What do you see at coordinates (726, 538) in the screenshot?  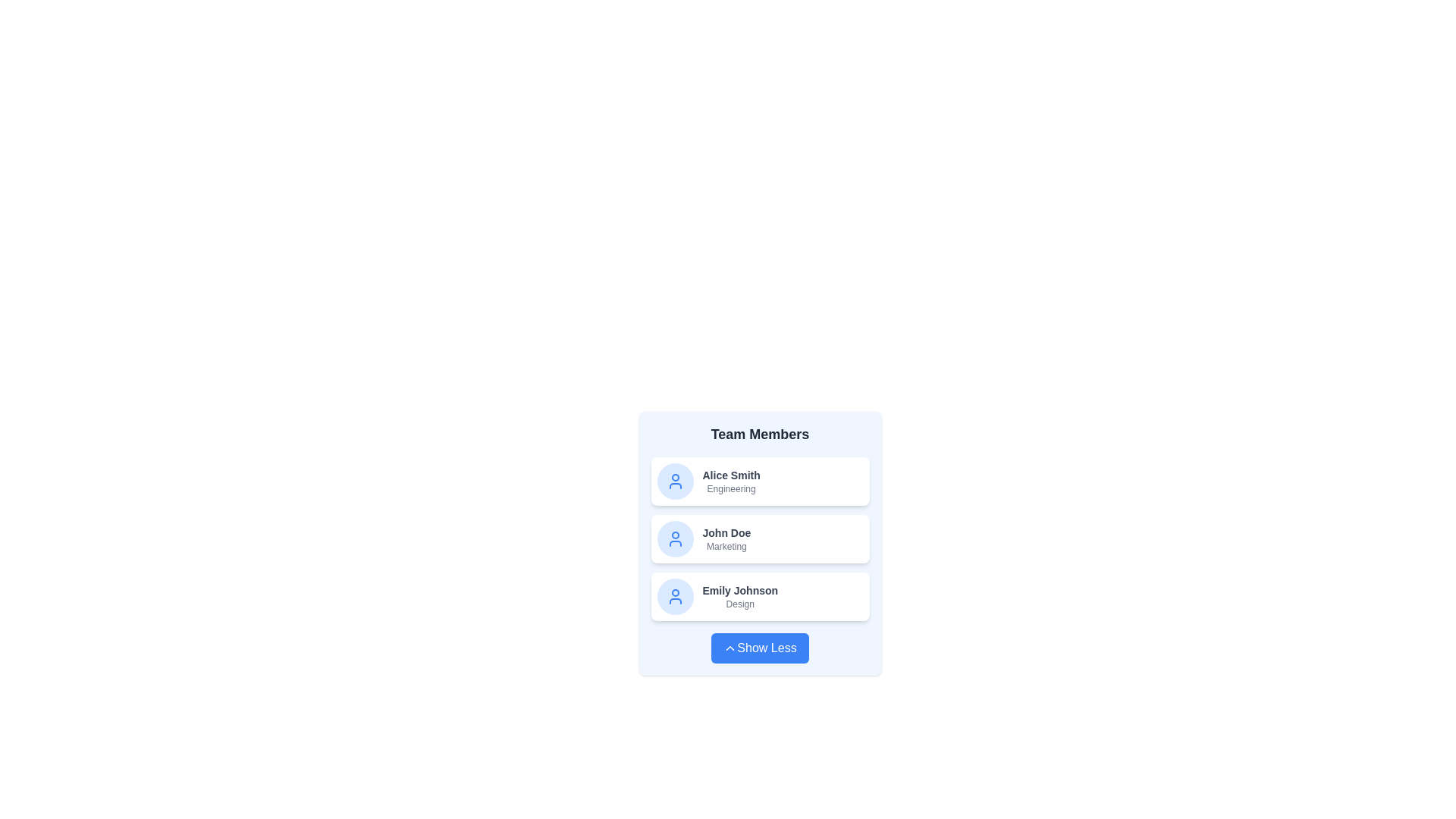 I see `the Text Display element that shows 'John Doe' in bold and 'Marketing' below it, located in the second card of the 'Team Members' section` at bounding box center [726, 538].